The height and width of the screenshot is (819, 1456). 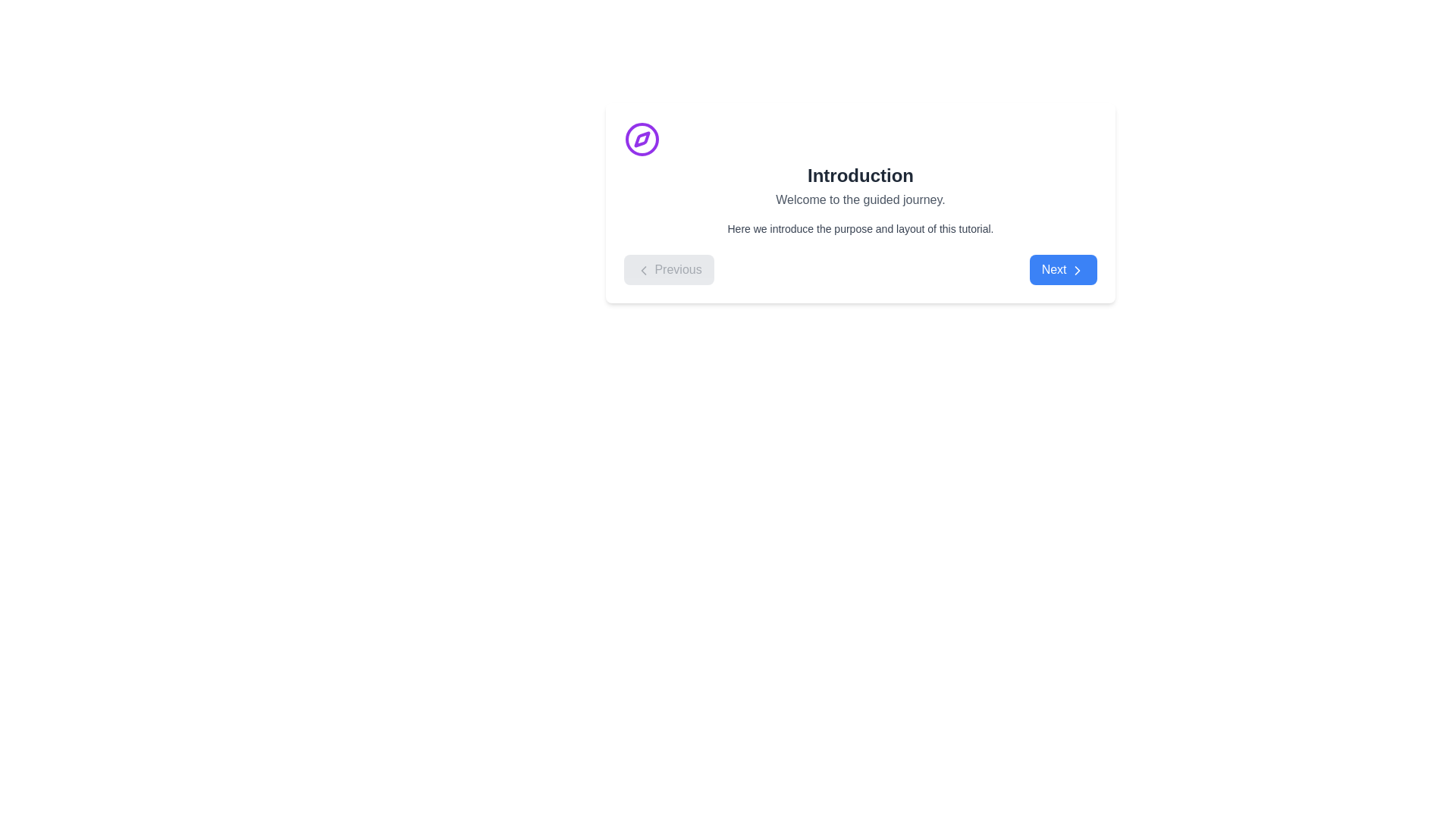 I want to click on the arrow icon located at the bottom-right corner of the 'Next' button to proceed to the next step, so click(x=1076, y=268).